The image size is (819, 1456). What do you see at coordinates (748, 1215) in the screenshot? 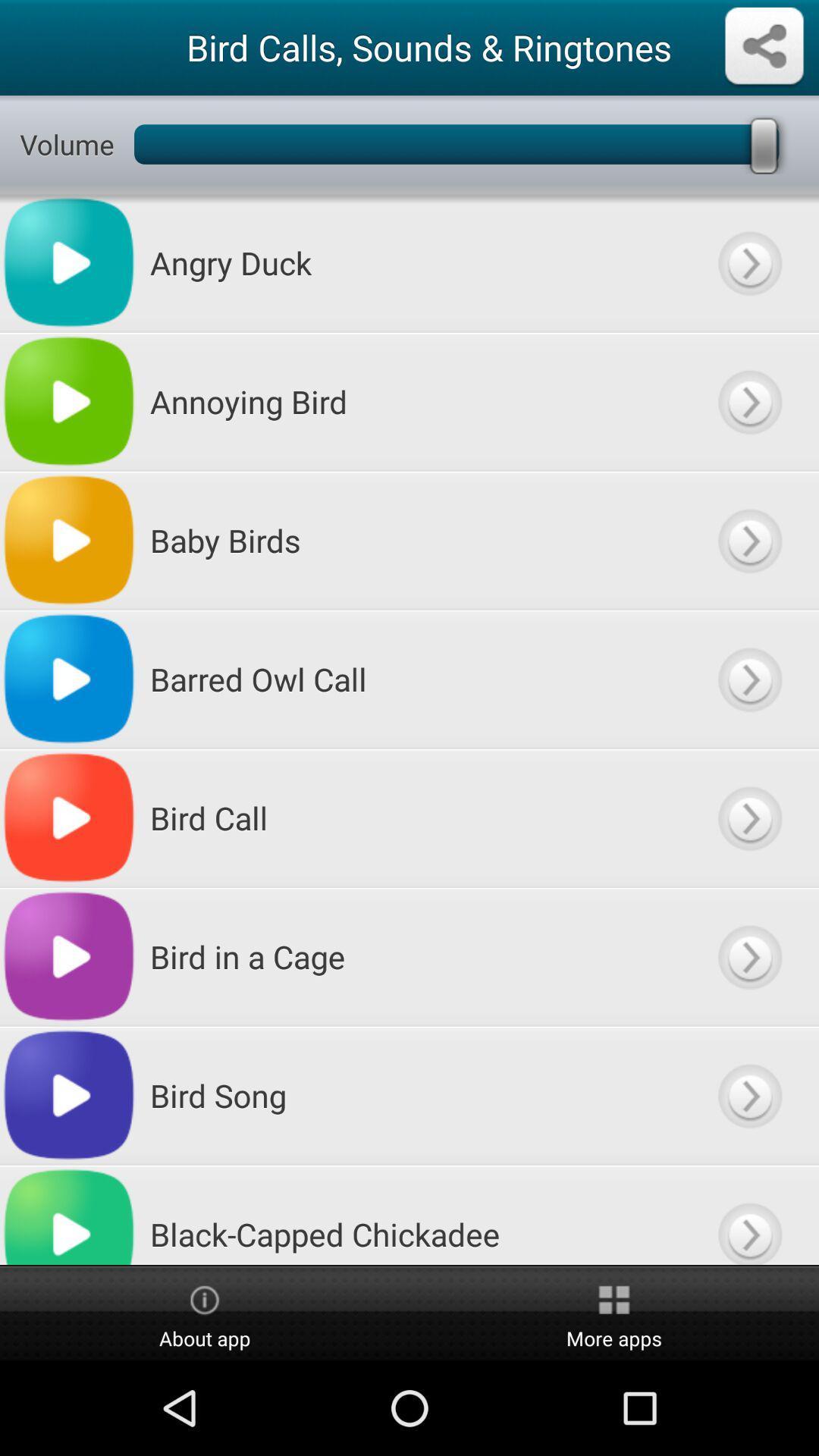
I see `use ringtone` at bounding box center [748, 1215].